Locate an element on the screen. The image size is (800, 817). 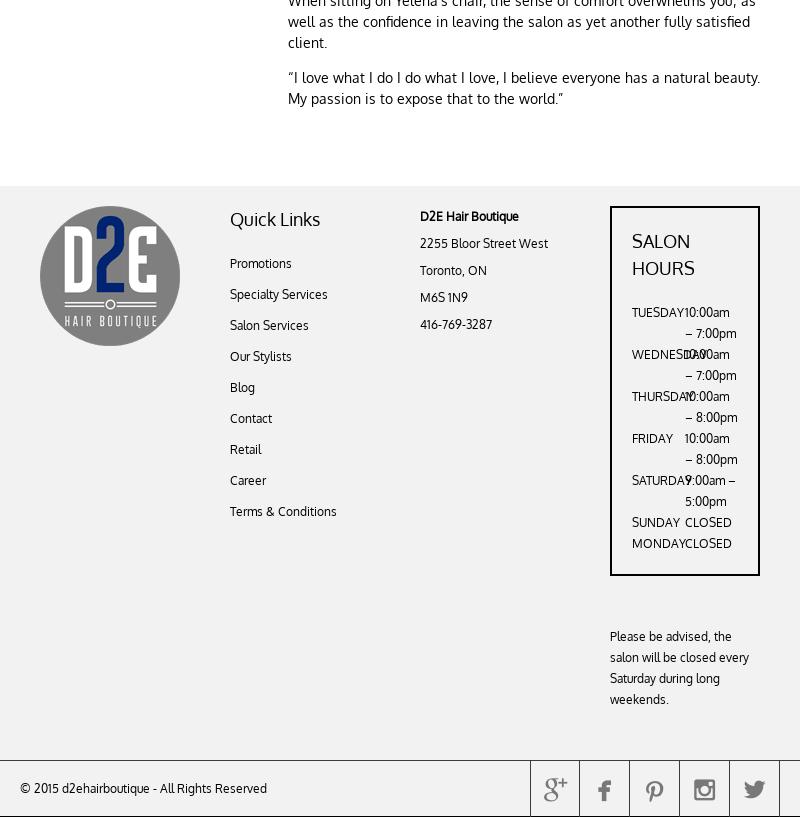
'2255 Bloor Street West' is located at coordinates (484, 242).